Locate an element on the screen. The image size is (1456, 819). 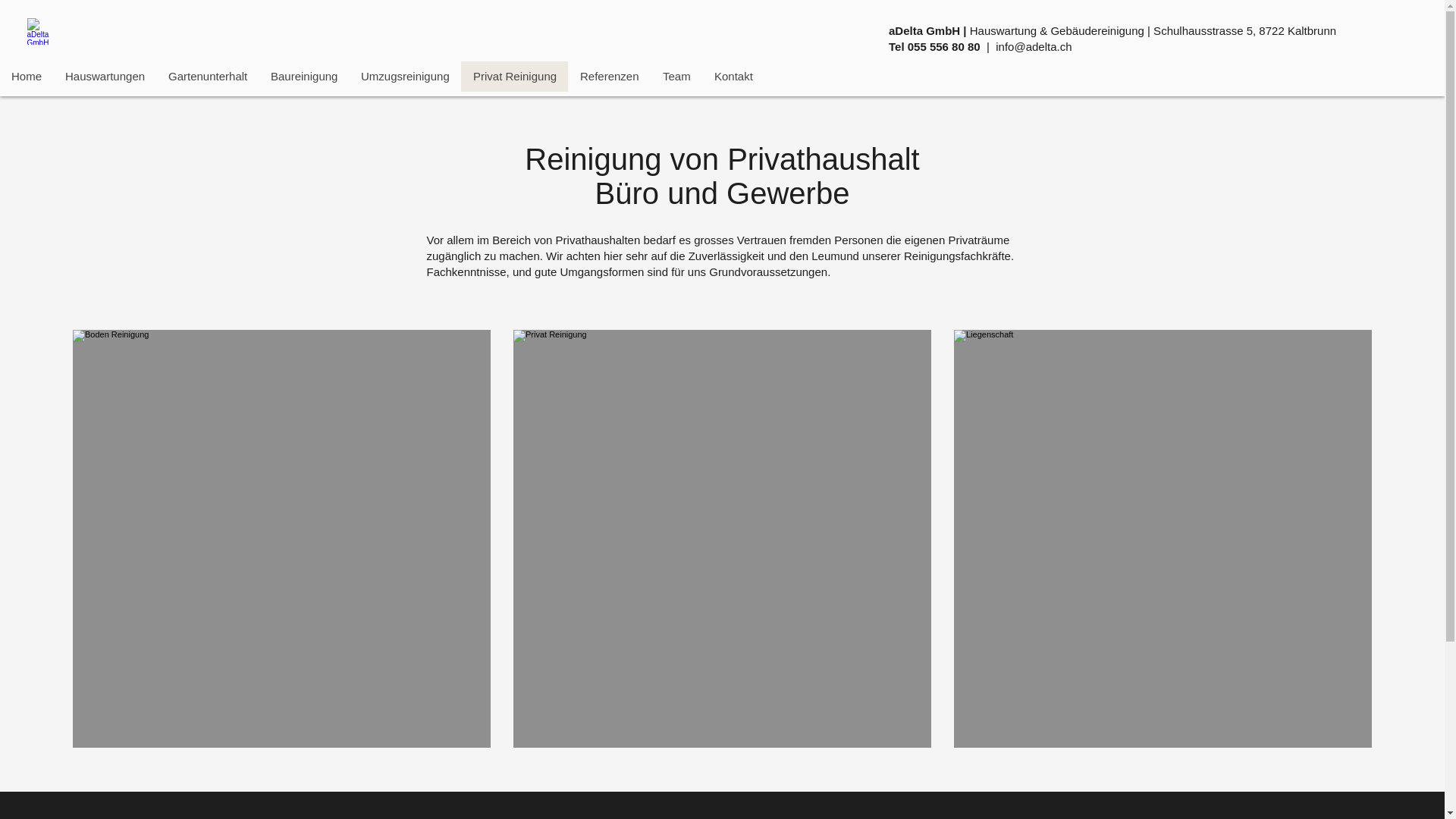
'Home' is located at coordinates (26, 76).